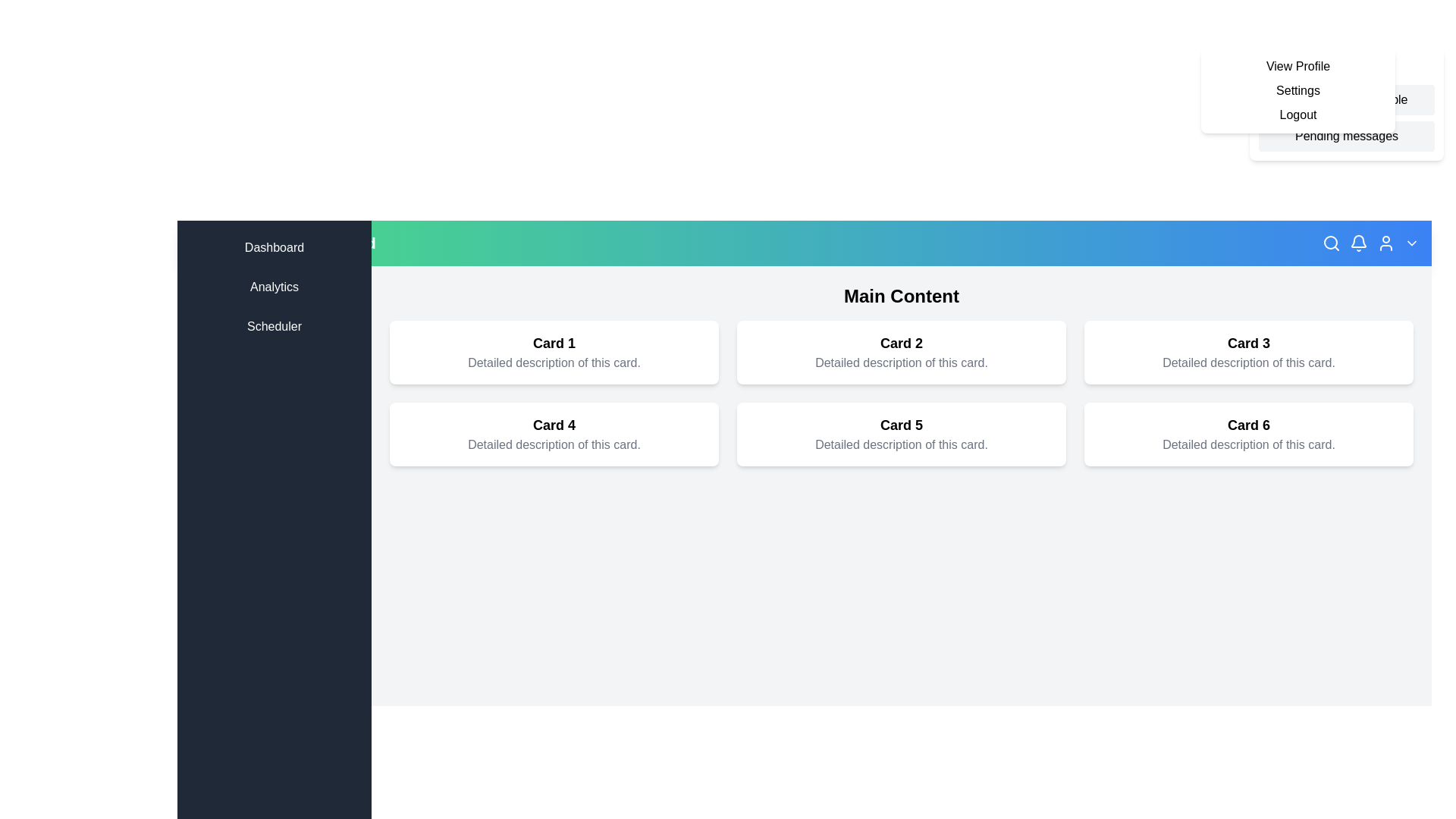 The width and height of the screenshot is (1456, 819). What do you see at coordinates (553, 425) in the screenshot?
I see `the bold text label displaying 'Card 4' located at the upper portion of the card in the second row, first column of the grid layout` at bounding box center [553, 425].